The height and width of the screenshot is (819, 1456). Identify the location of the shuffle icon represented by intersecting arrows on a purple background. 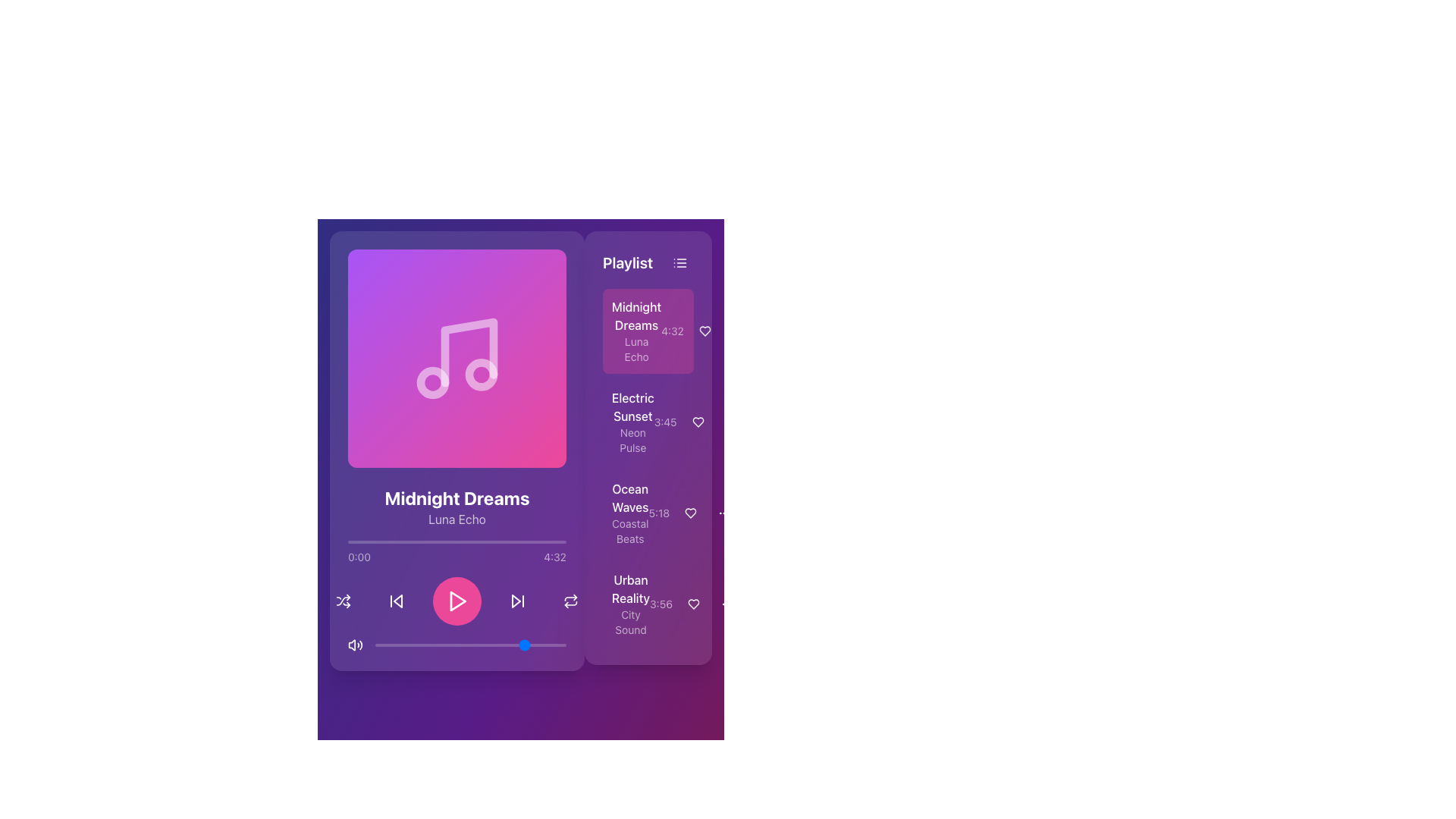
(342, 601).